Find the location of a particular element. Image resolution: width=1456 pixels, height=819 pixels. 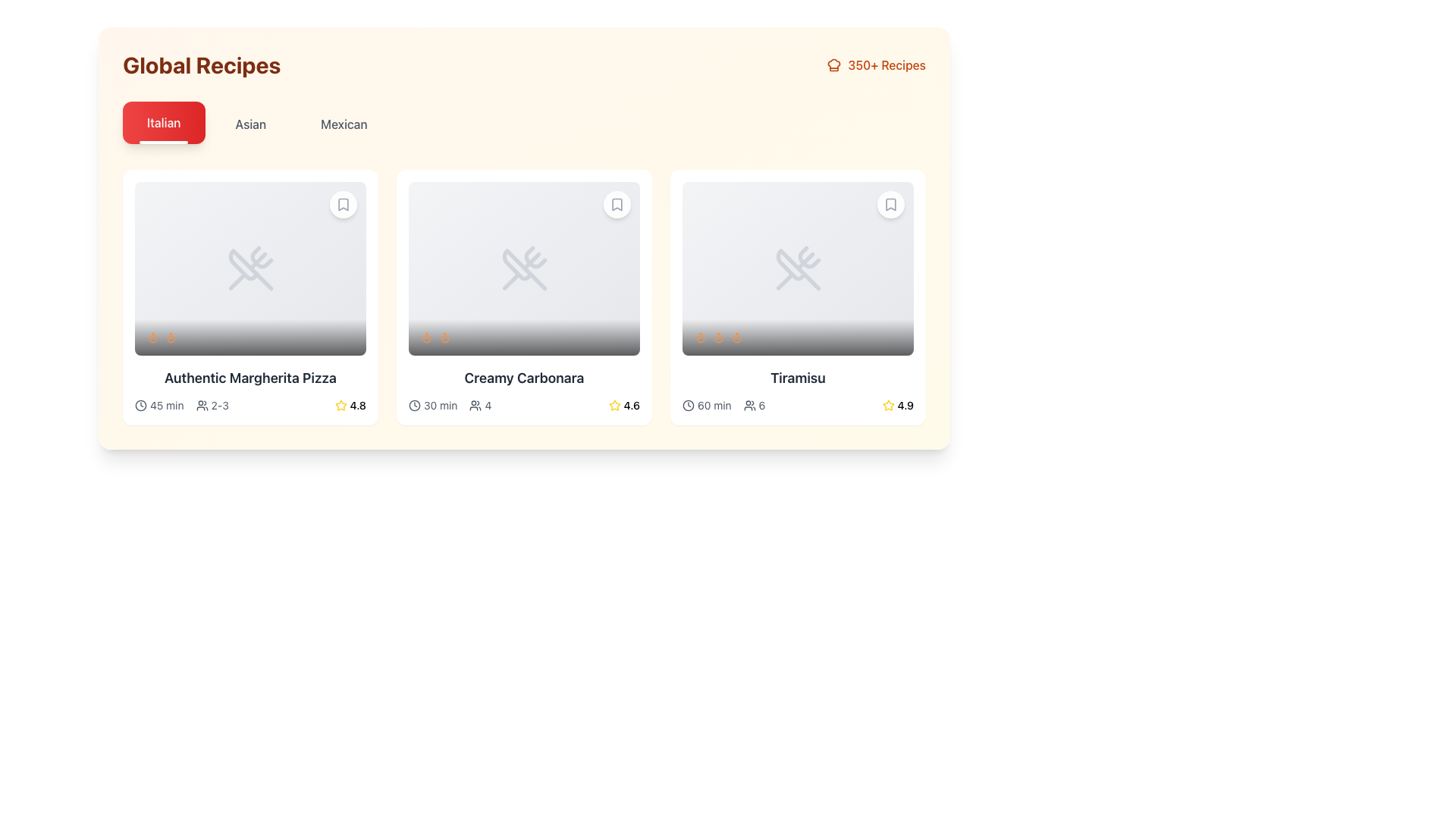

the culinary icon located to the left of the text '350+ Recipes' in the top-right corner of the interface is located at coordinates (833, 64).